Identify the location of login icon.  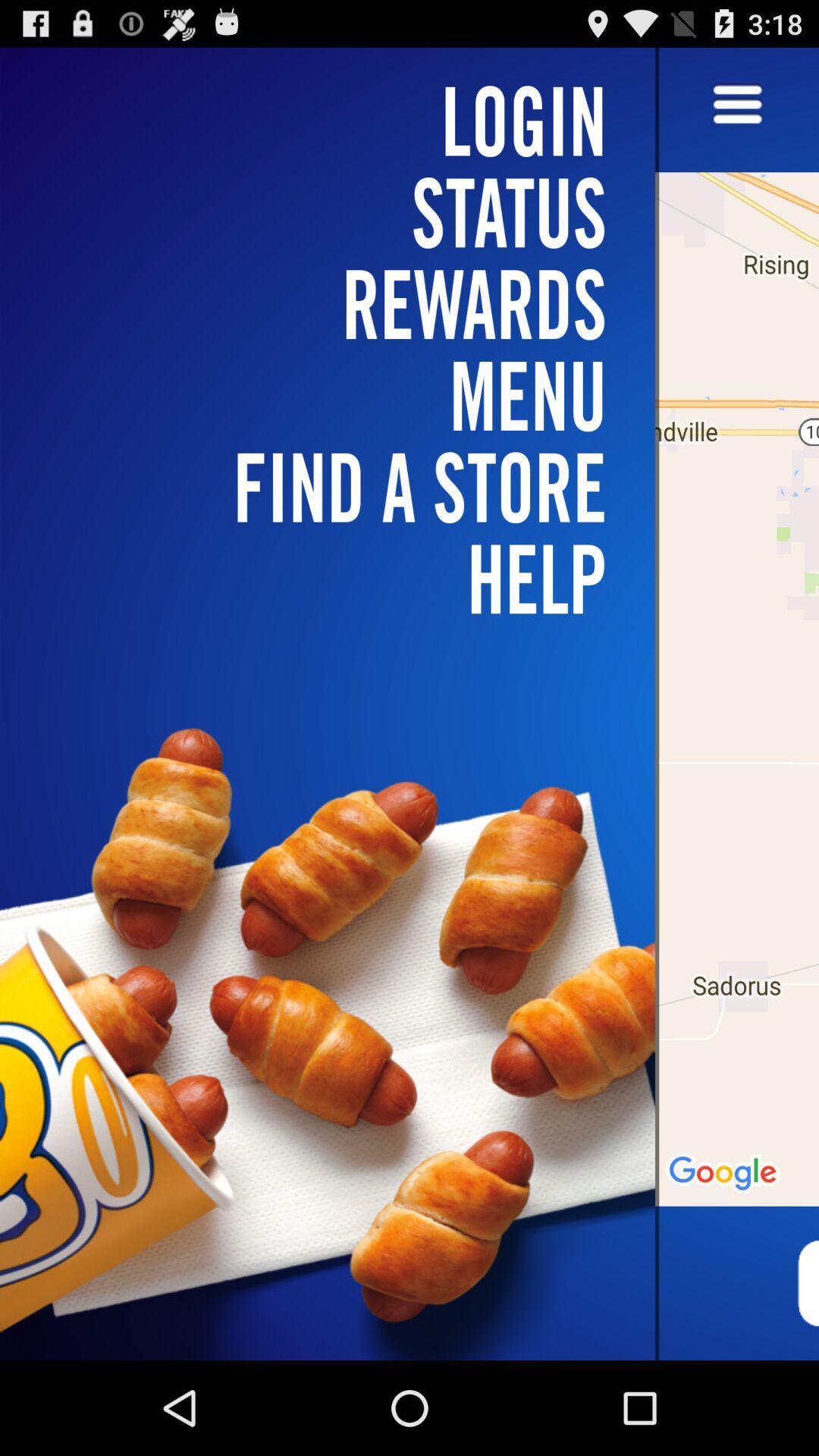
(336, 120).